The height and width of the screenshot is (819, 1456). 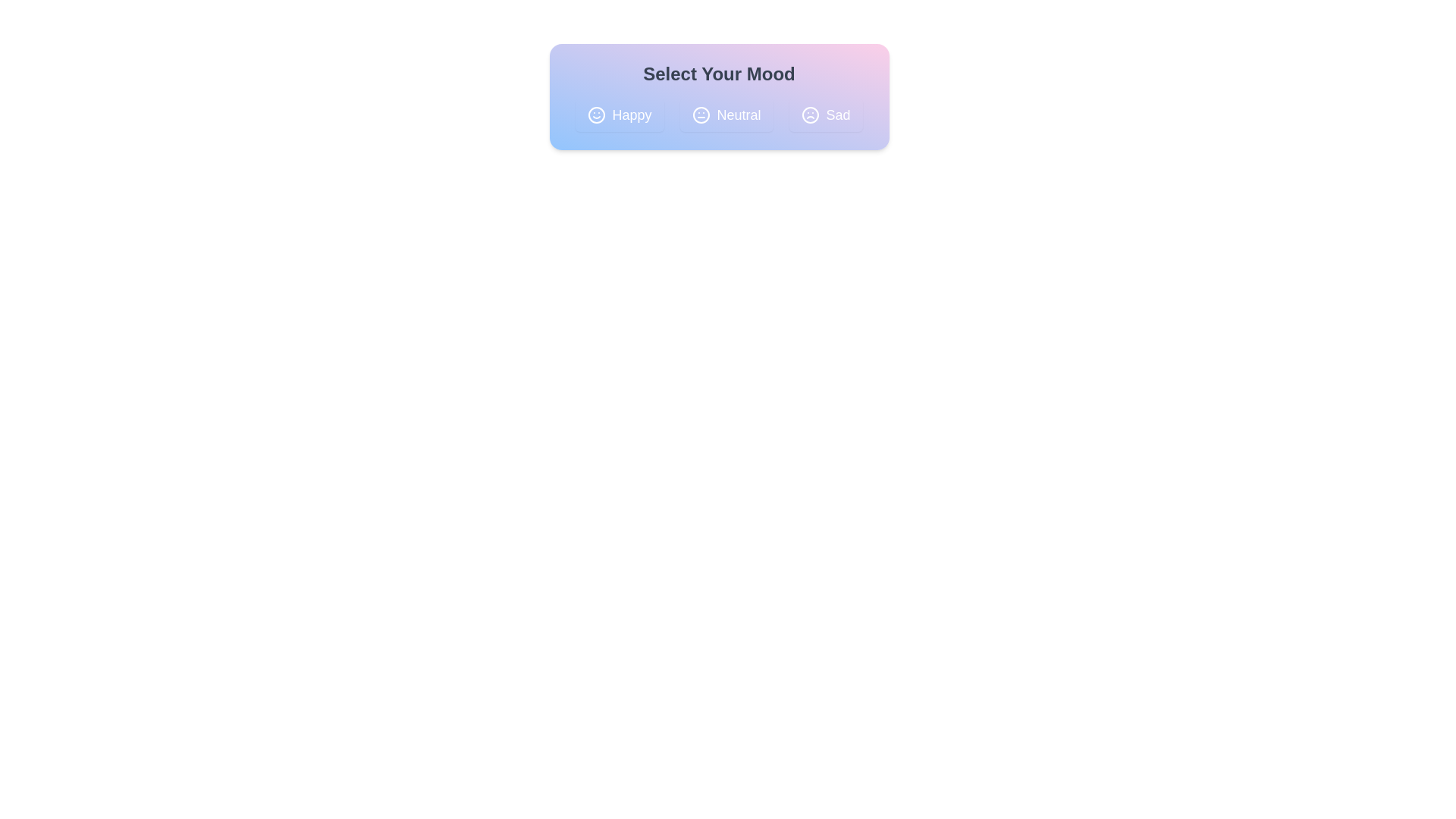 What do you see at coordinates (726, 114) in the screenshot?
I see `the mood chip corresponding to Neutral` at bounding box center [726, 114].